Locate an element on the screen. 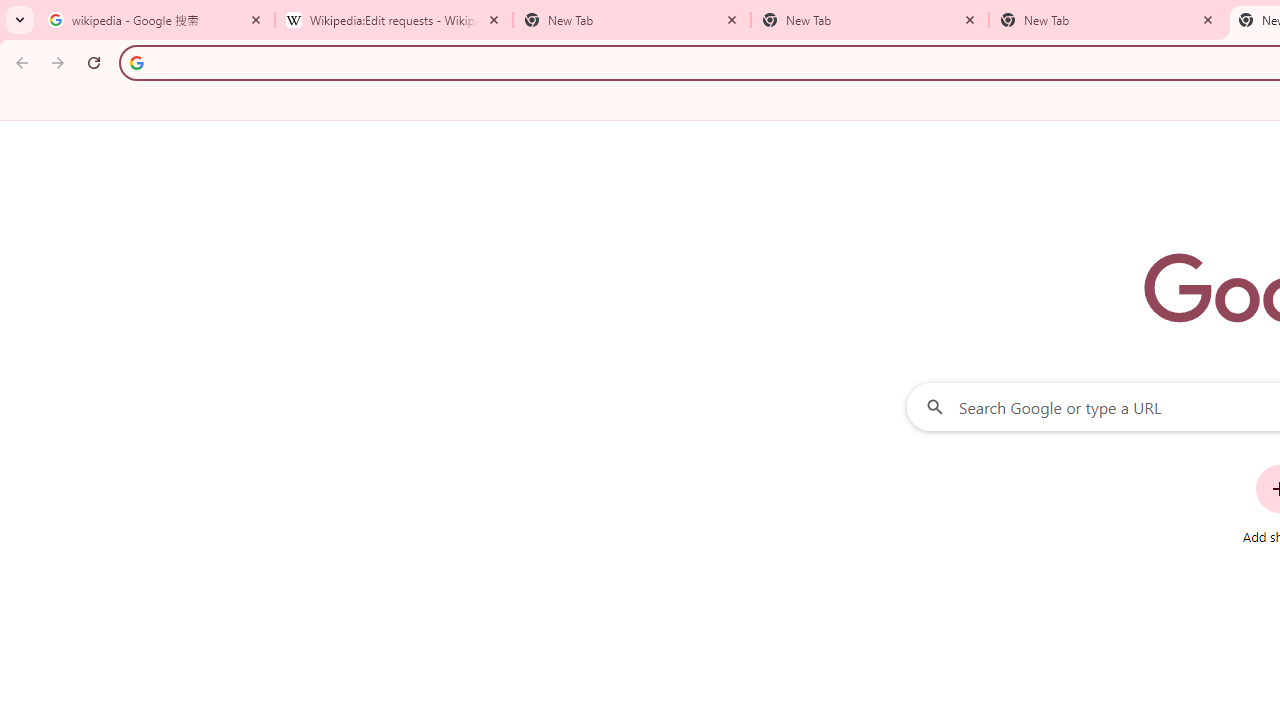 The width and height of the screenshot is (1280, 720). 'Search tabs' is located at coordinates (20, 20).